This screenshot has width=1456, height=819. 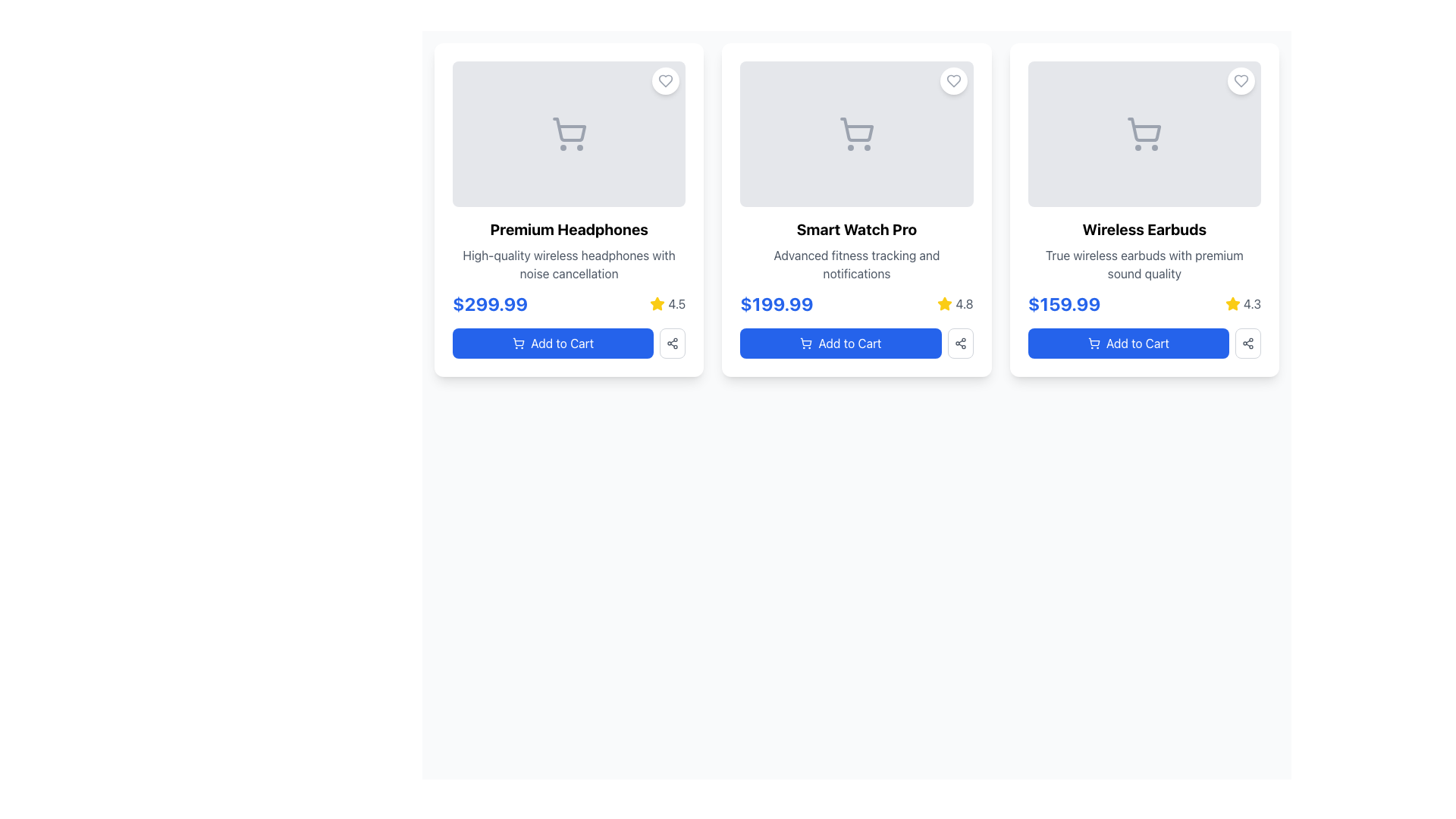 What do you see at coordinates (1094, 343) in the screenshot?
I see `the shopping cart icon located on the left within the 'Add to Cart' button below the 'Wireless Earbuds' product listing, which is part of the third and rightmost product in a horizontal row` at bounding box center [1094, 343].